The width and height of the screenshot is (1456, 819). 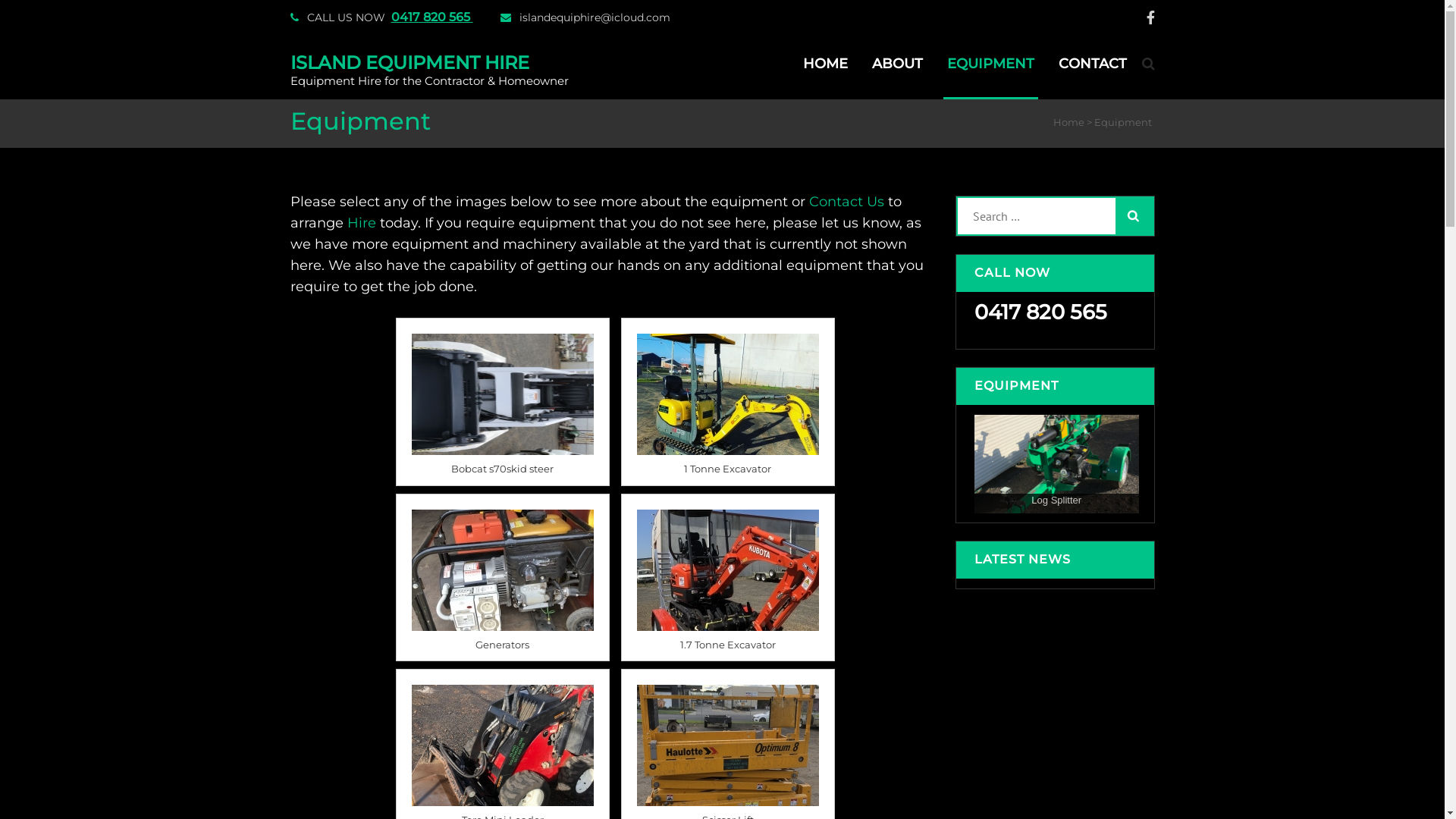 I want to click on '1 tonne excavator', so click(x=637, y=394).